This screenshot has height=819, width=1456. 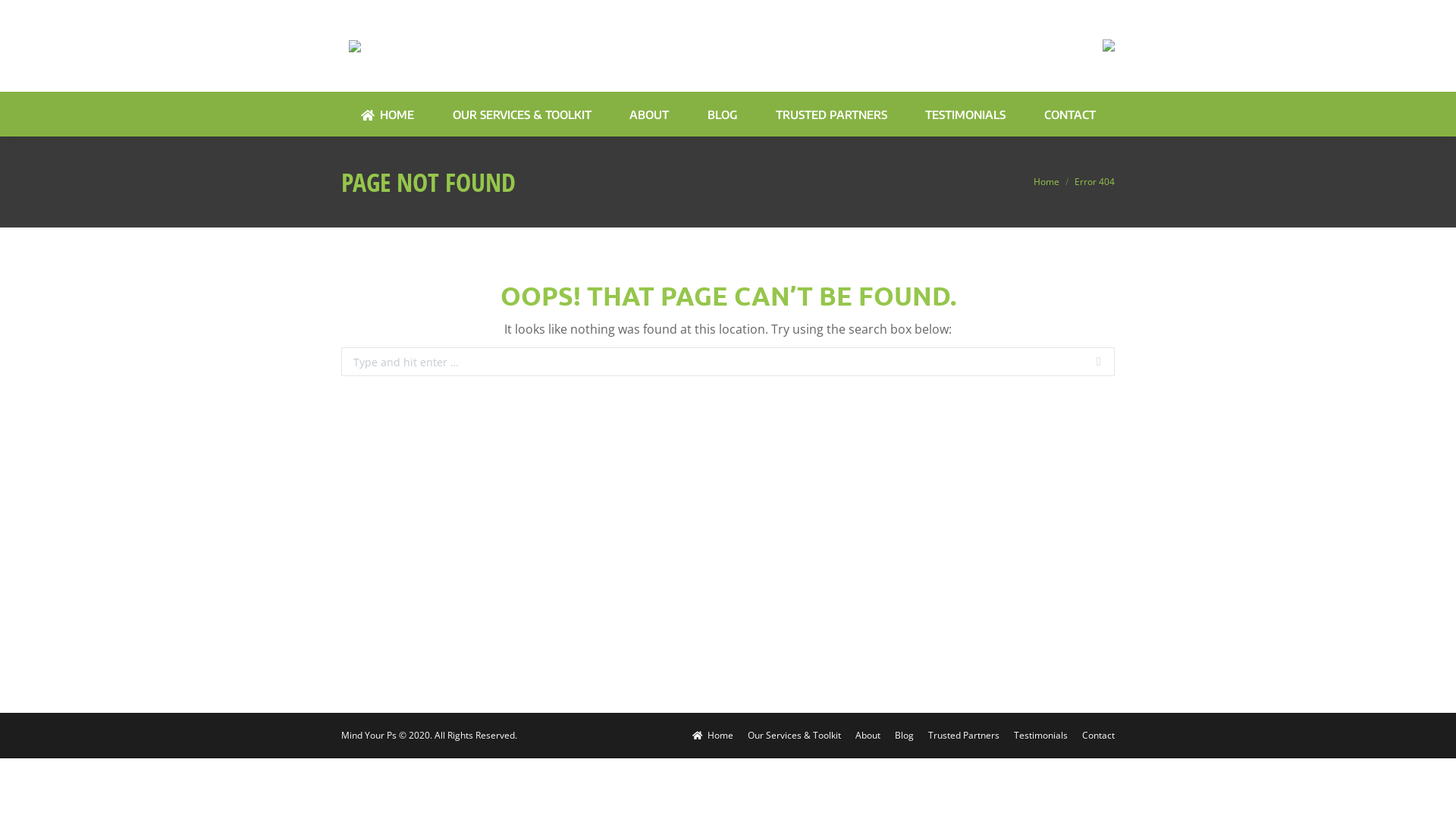 I want to click on 'CONTACT', so click(x=1043, y=114).